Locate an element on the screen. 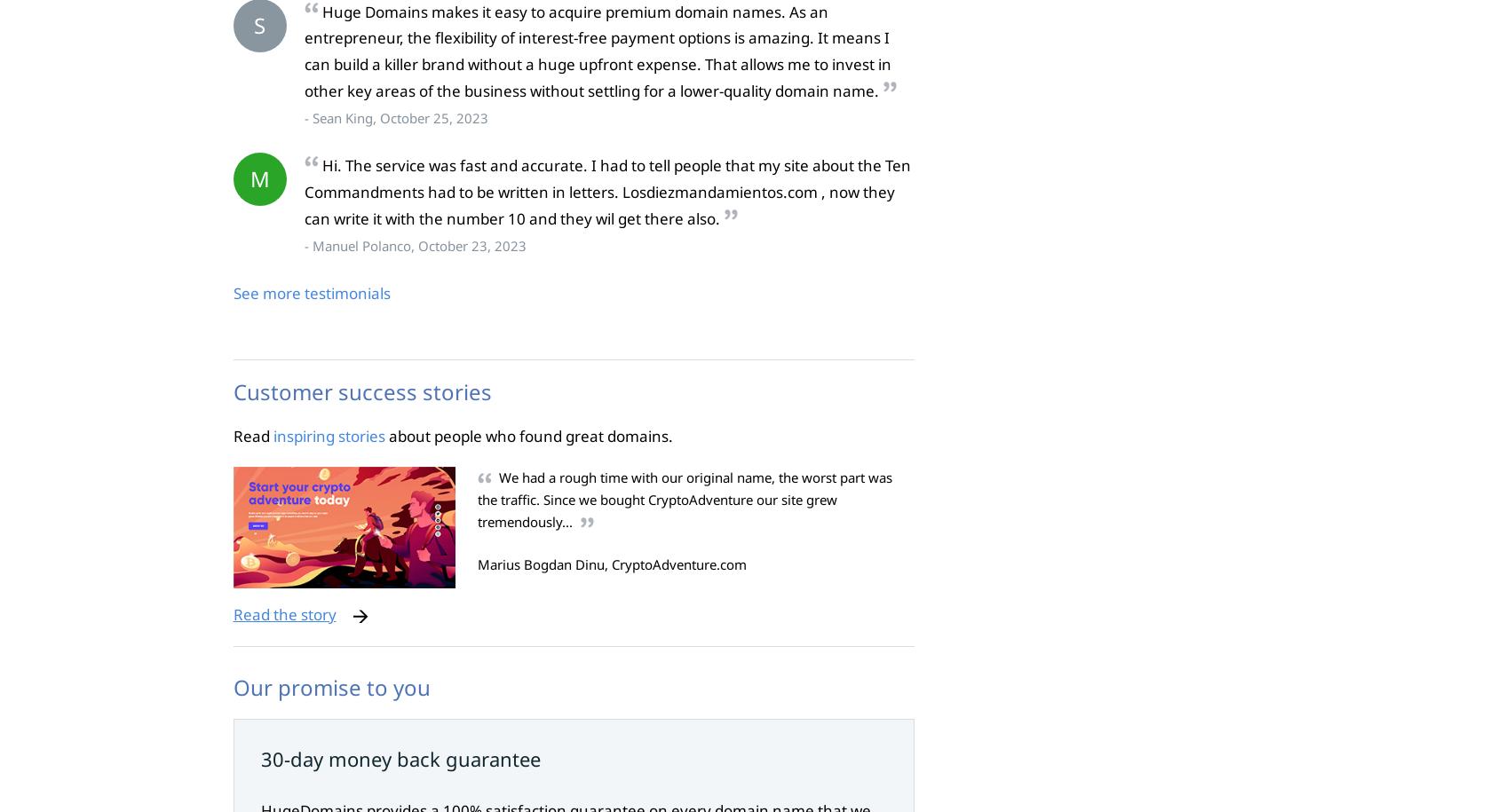 The height and width of the screenshot is (812, 1505). 'Our promise to you' is located at coordinates (330, 685).